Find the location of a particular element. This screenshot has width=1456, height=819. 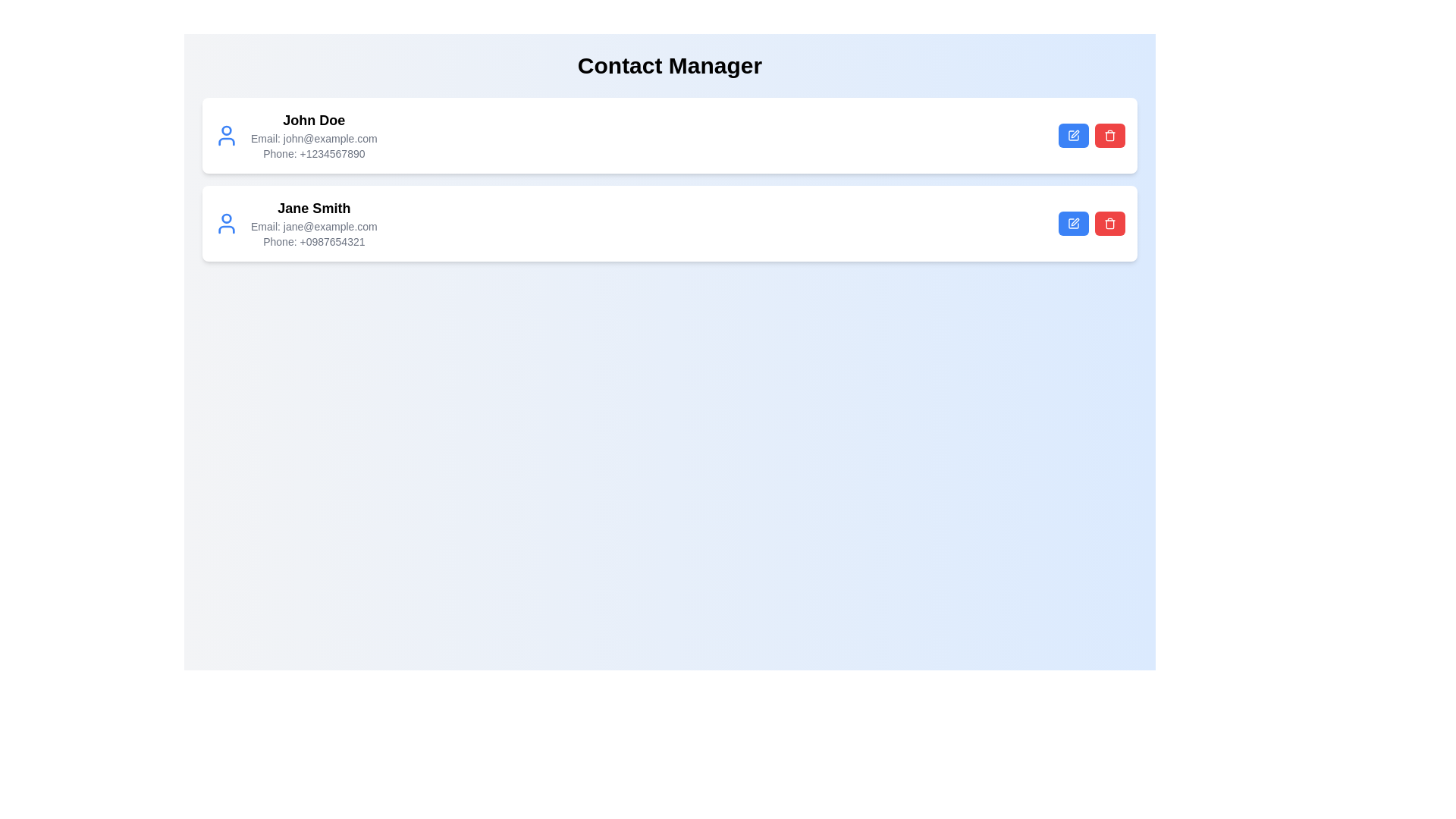

the delete button located at the top-right of Jane Smith's contact card is located at coordinates (1110, 223).